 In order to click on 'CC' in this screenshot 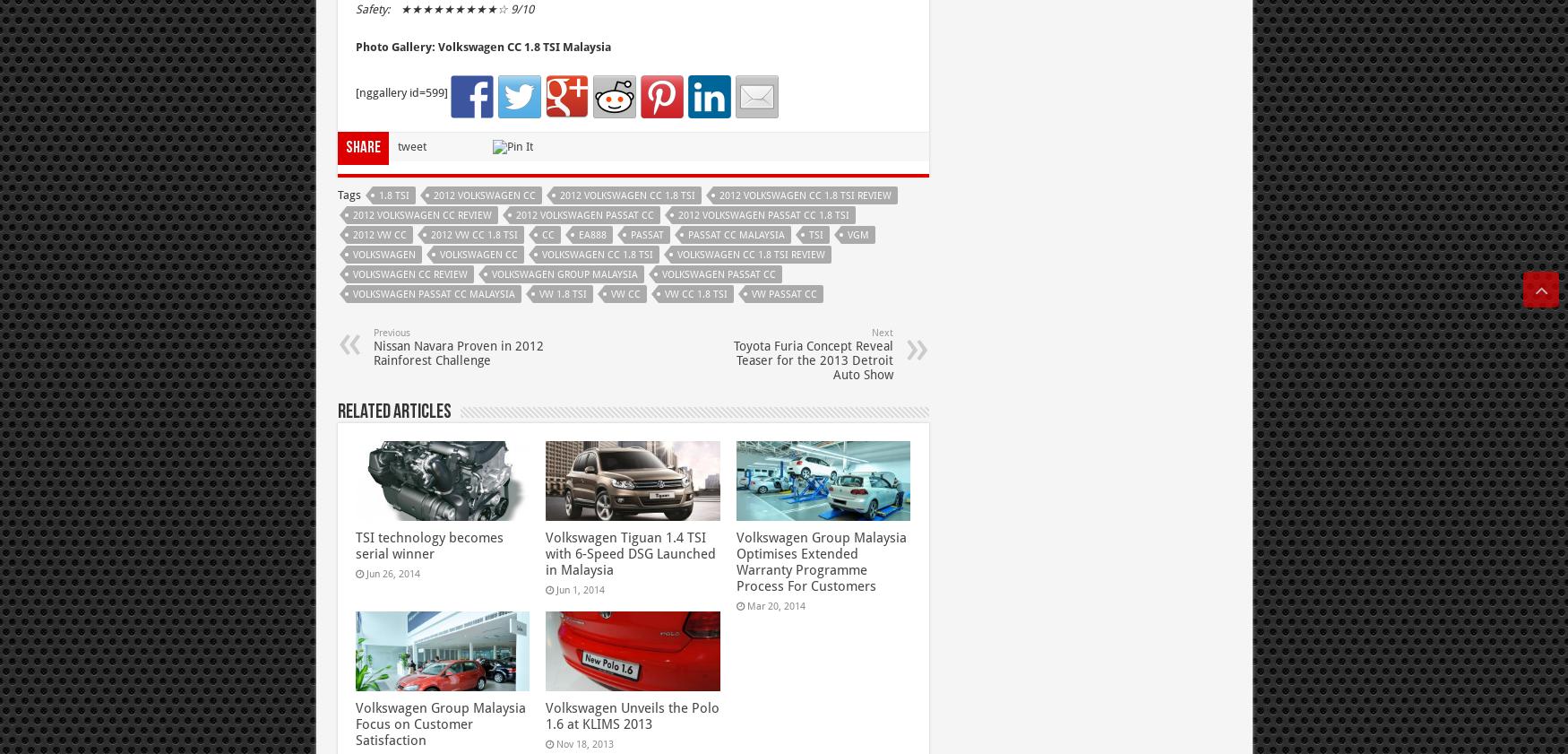, I will do `click(547, 233)`.